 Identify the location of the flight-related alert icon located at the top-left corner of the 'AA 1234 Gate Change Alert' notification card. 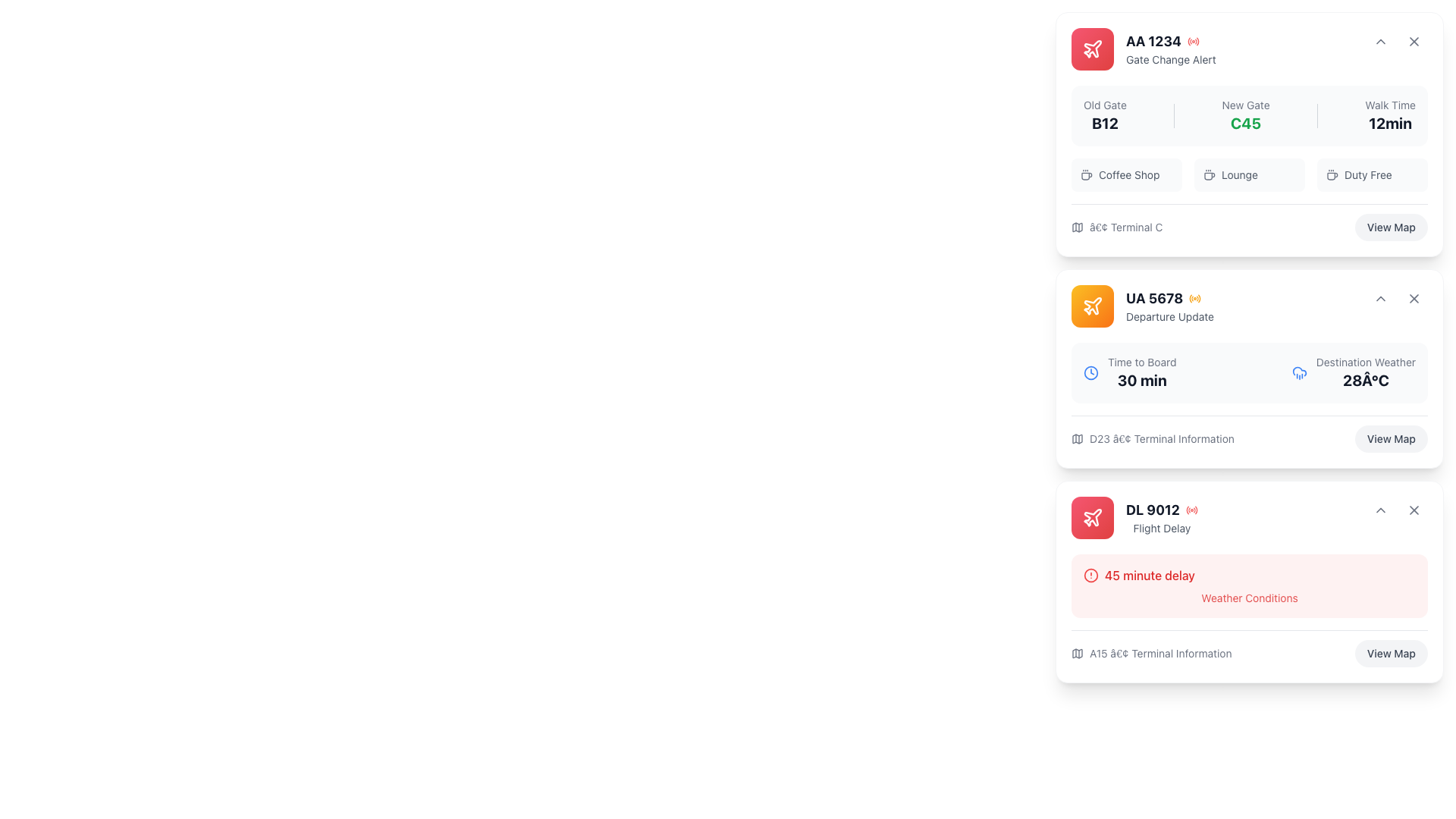
(1092, 49).